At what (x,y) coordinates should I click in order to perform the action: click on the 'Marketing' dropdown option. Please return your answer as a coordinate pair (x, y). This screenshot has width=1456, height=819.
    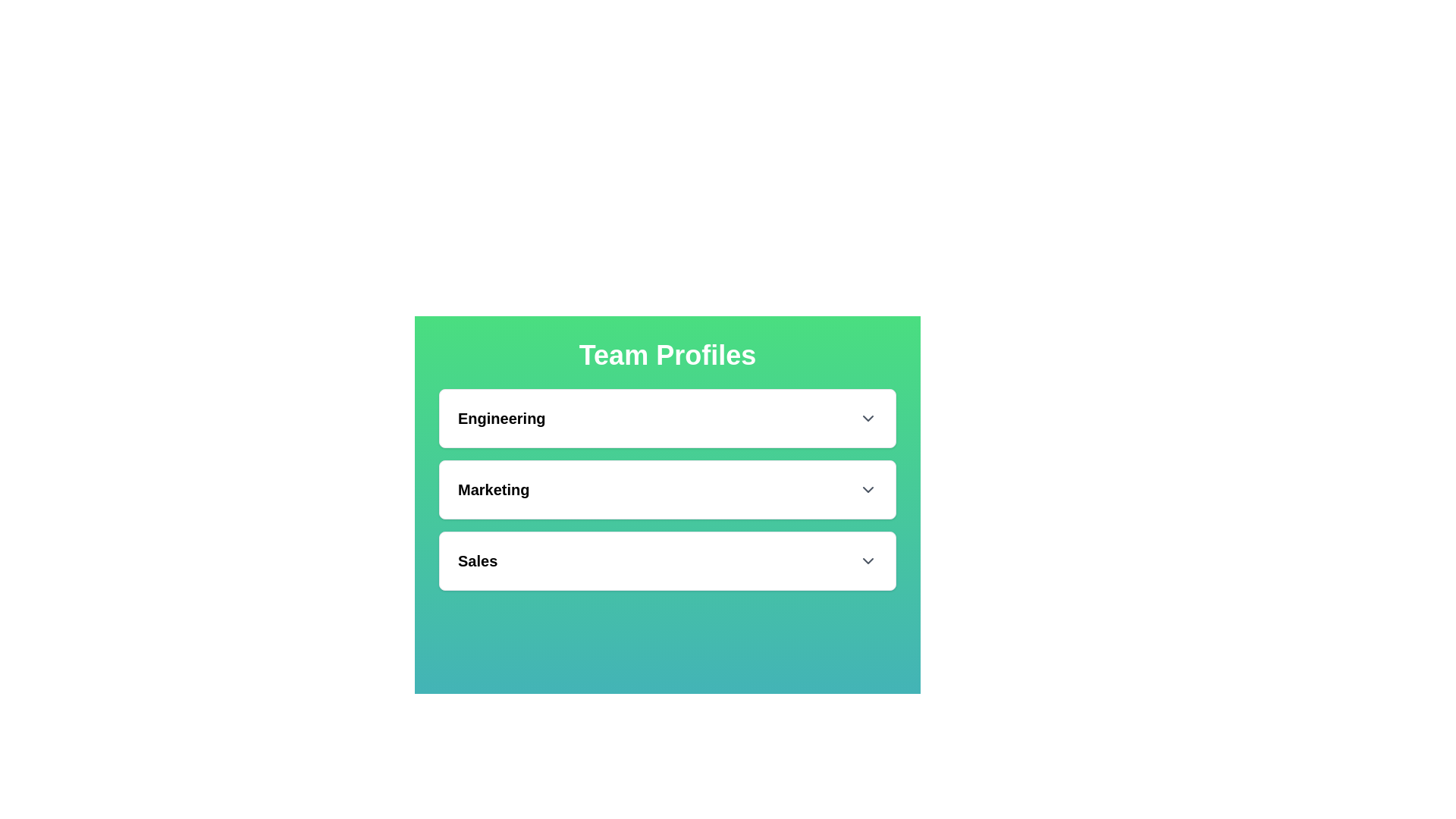
    Looking at the image, I should click on (667, 496).